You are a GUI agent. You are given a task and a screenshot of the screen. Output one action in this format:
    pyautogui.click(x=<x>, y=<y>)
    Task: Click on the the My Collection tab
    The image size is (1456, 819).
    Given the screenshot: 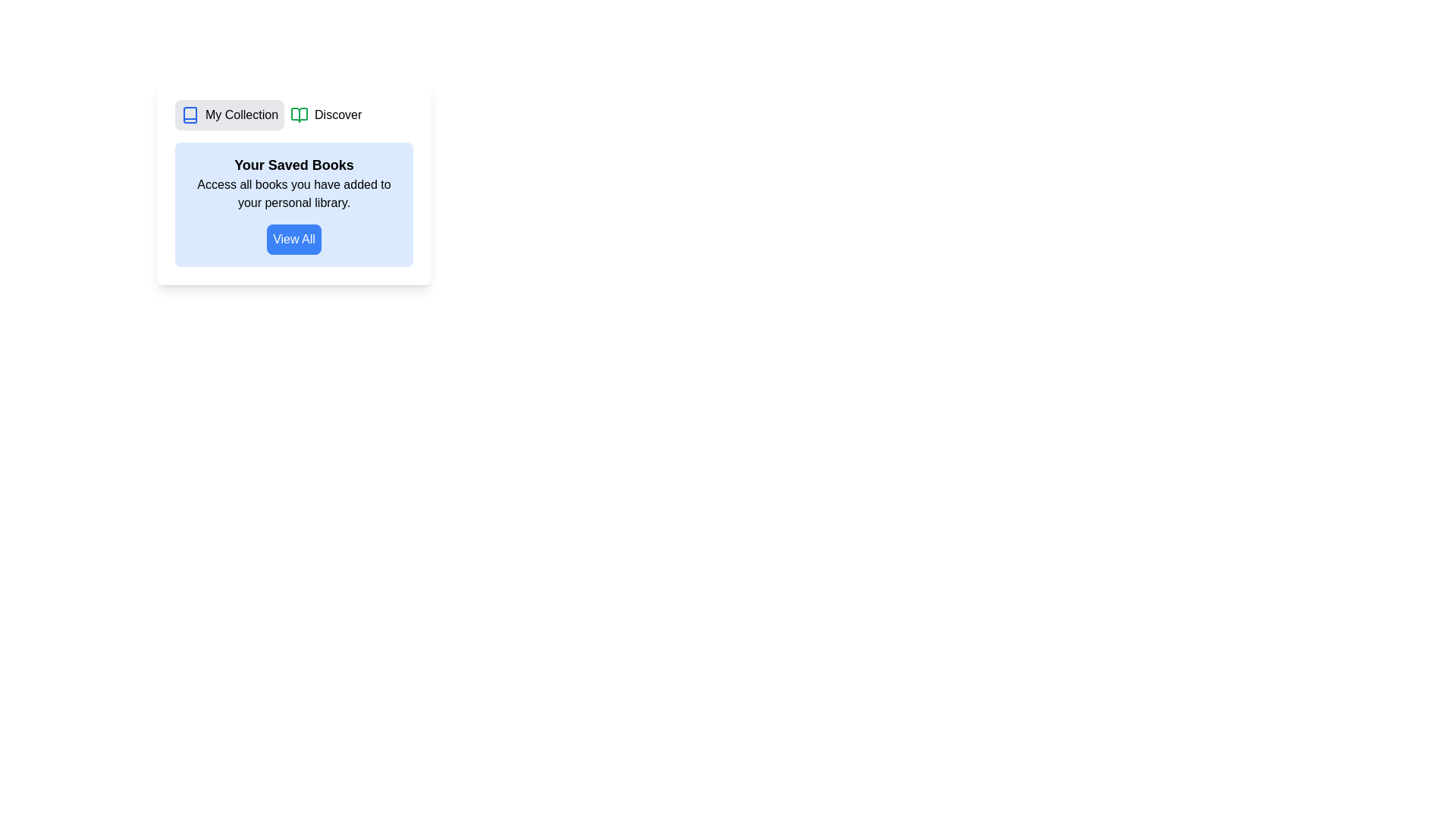 What is the action you would take?
    pyautogui.click(x=228, y=114)
    